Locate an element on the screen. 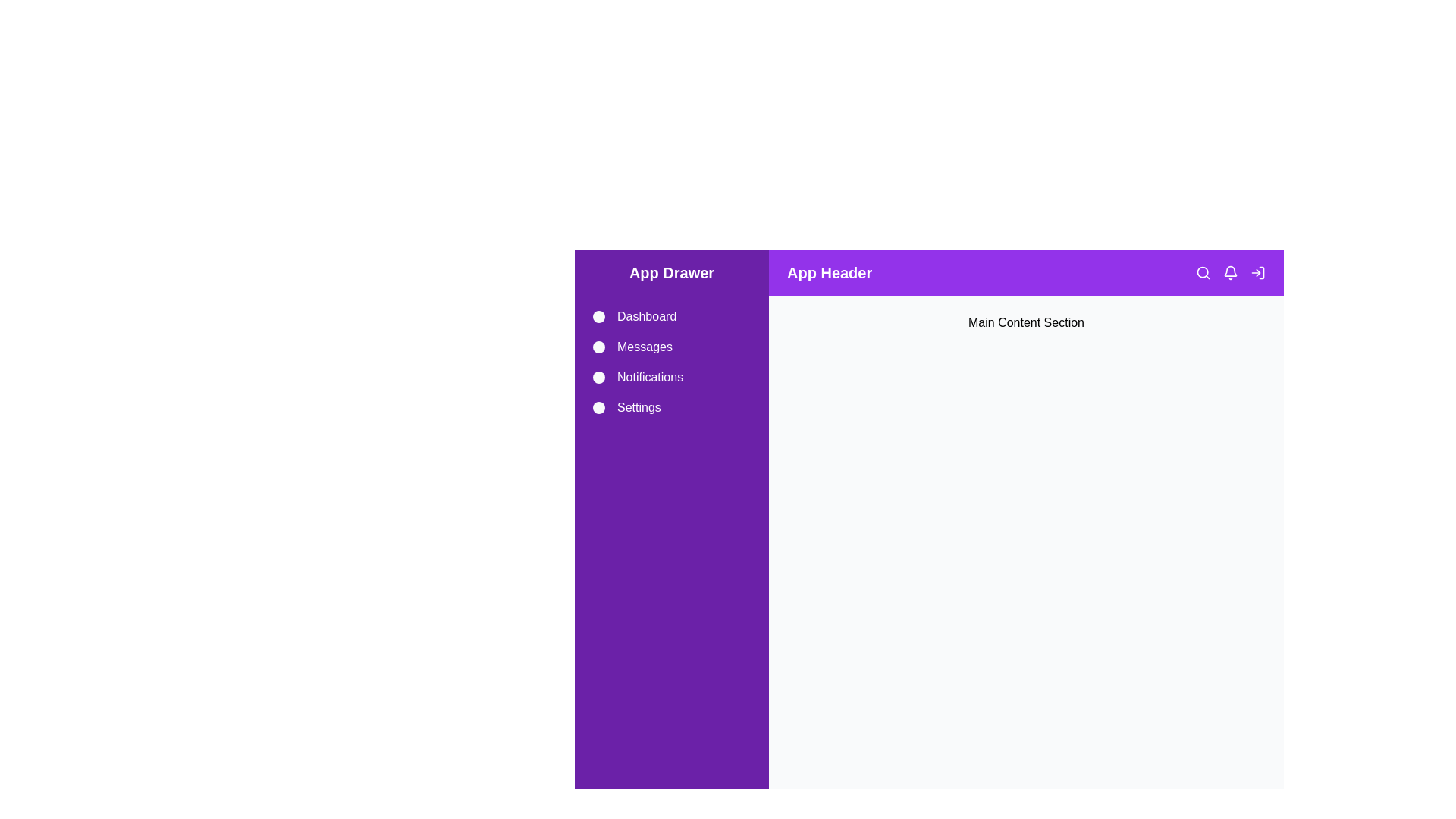  the Messages drawer item to navigate is located at coordinates (671, 347).